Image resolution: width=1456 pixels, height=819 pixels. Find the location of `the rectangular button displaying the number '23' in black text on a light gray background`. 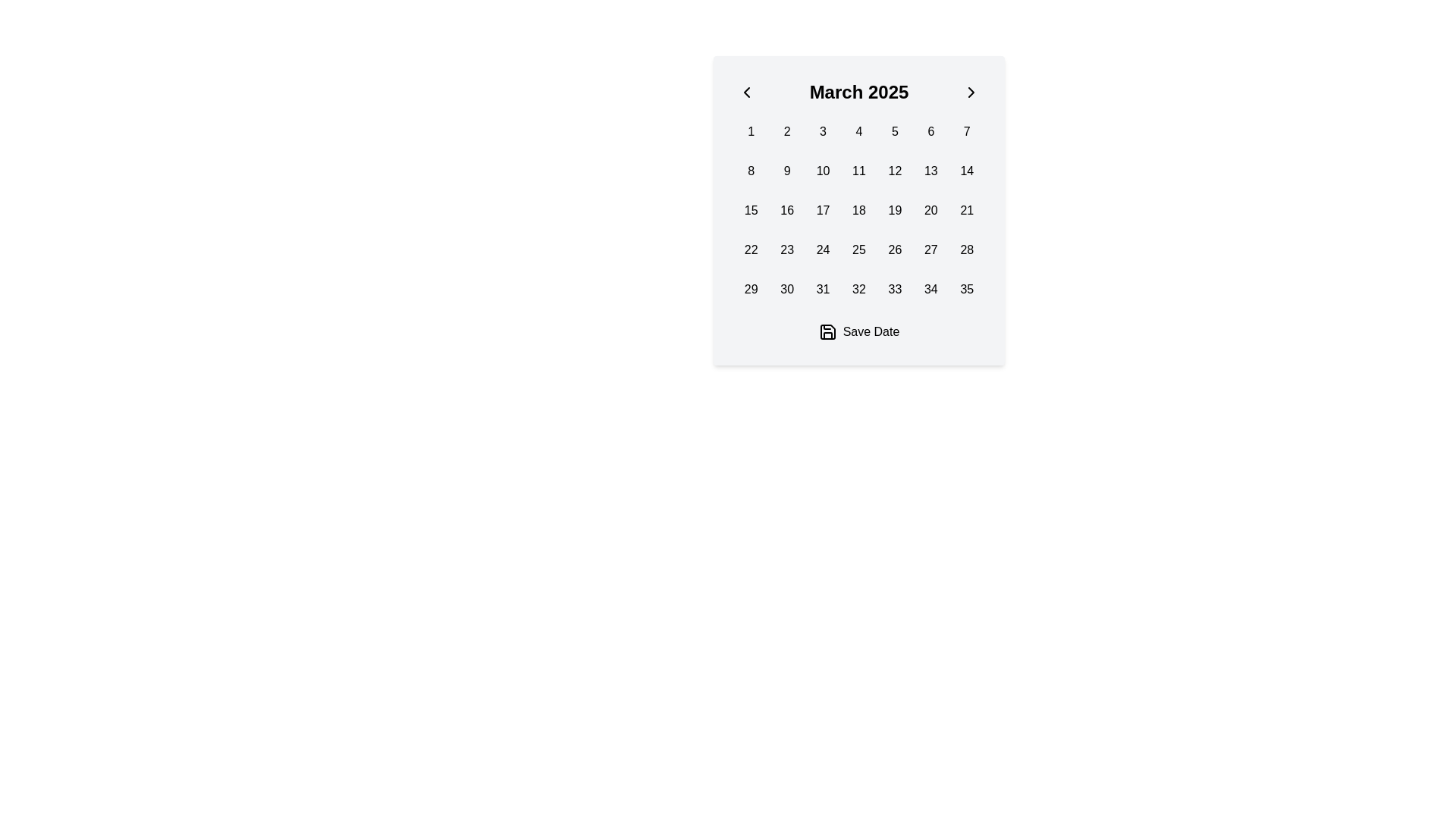

the rectangular button displaying the number '23' in black text on a light gray background is located at coordinates (786, 249).